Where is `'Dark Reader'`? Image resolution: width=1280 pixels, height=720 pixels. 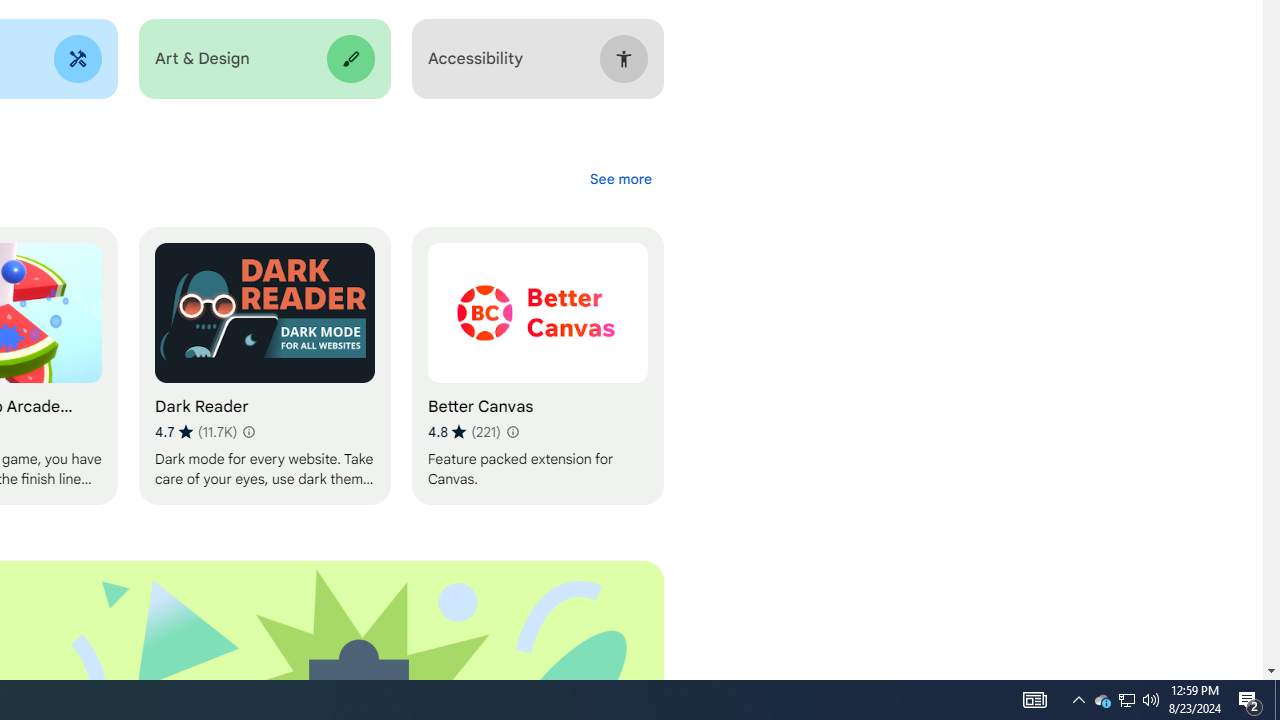
'Dark Reader' is located at coordinates (263, 366).